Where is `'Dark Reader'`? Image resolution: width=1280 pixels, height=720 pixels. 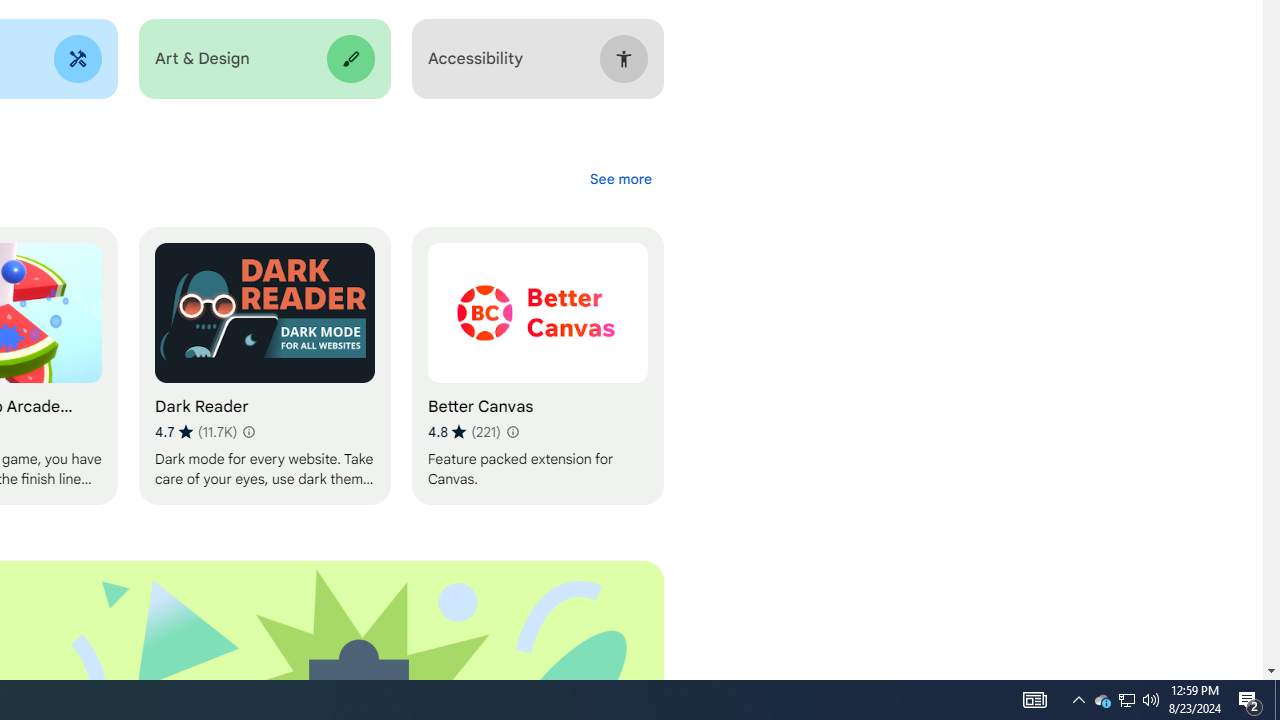
'Dark Reader' is located at coordinates (263, 366).